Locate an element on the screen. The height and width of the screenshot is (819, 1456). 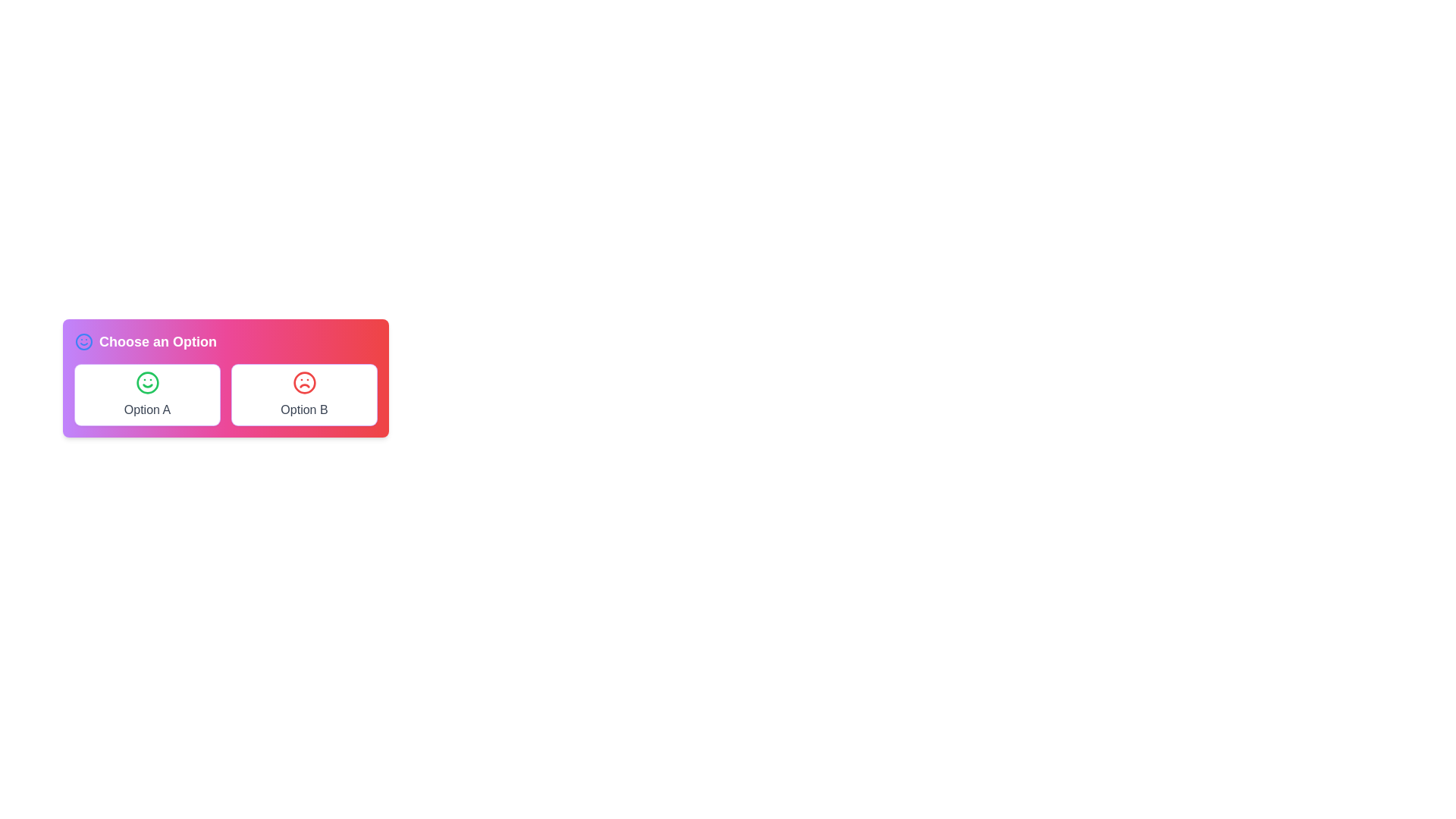
the text label 'Option A' which is styled in gray font and located below a green smiley face icon is located at coordinates (147, 409).